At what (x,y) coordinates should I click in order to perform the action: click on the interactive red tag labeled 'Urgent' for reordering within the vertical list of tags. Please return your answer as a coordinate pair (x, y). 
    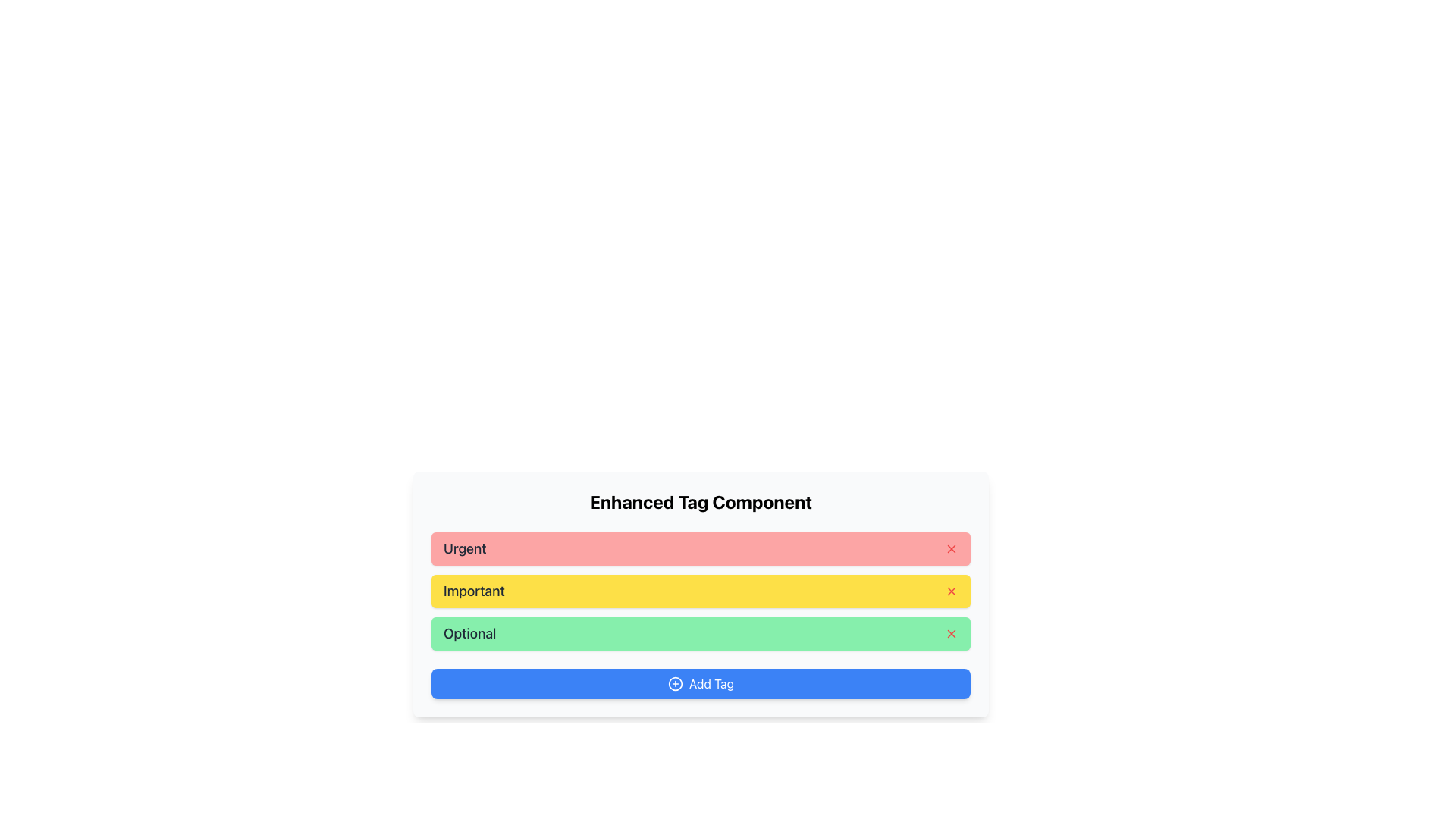
    Looking at the image, I should click on (700, 549).